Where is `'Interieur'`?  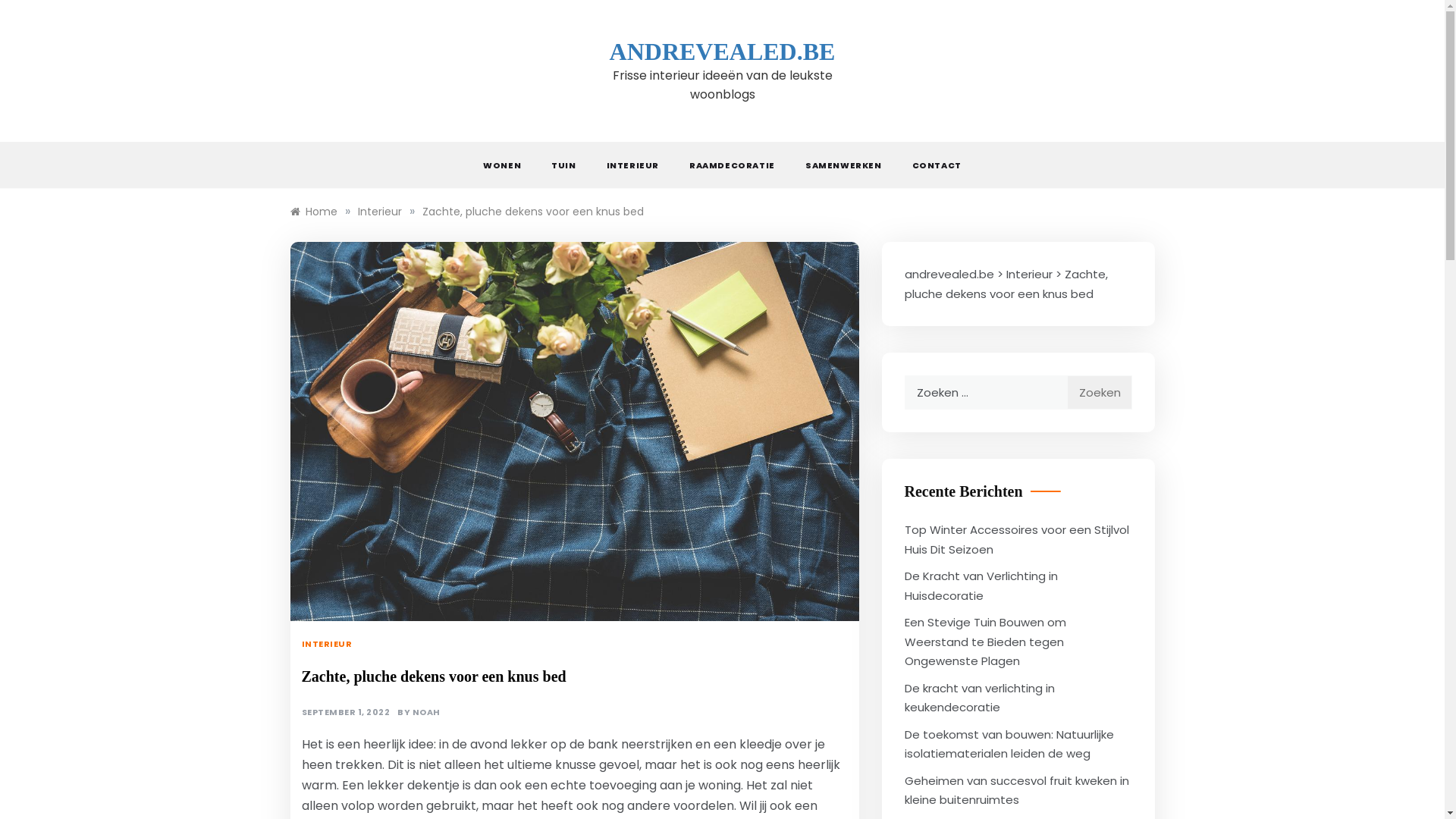 'Interieur' is located at coordinates (379, 211).